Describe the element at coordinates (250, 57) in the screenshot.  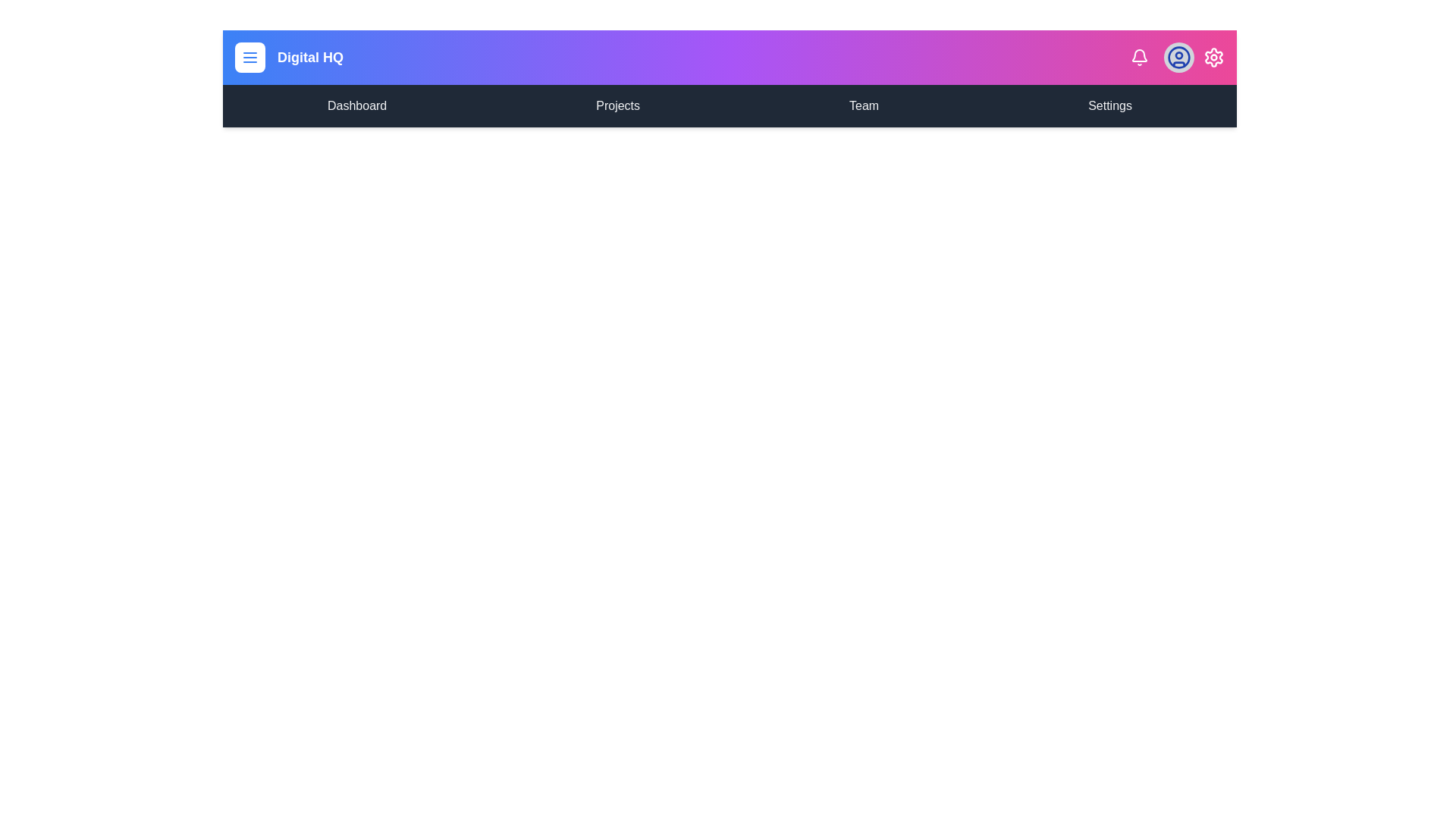
I see `the menu button to toggle the menu` at that location.